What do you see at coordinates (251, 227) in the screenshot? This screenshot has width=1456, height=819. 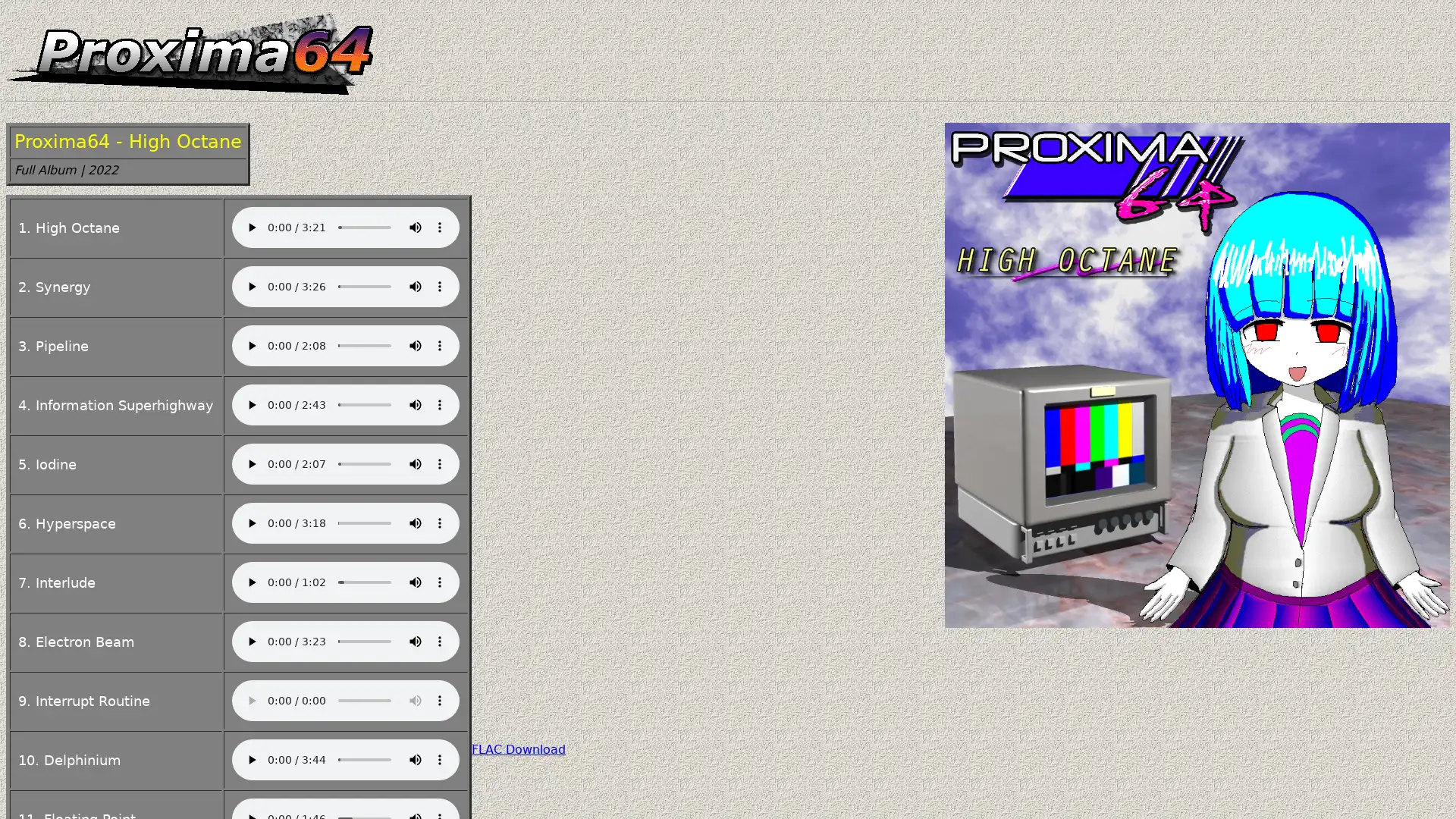 I see `play` at bounding box center [251, 227].